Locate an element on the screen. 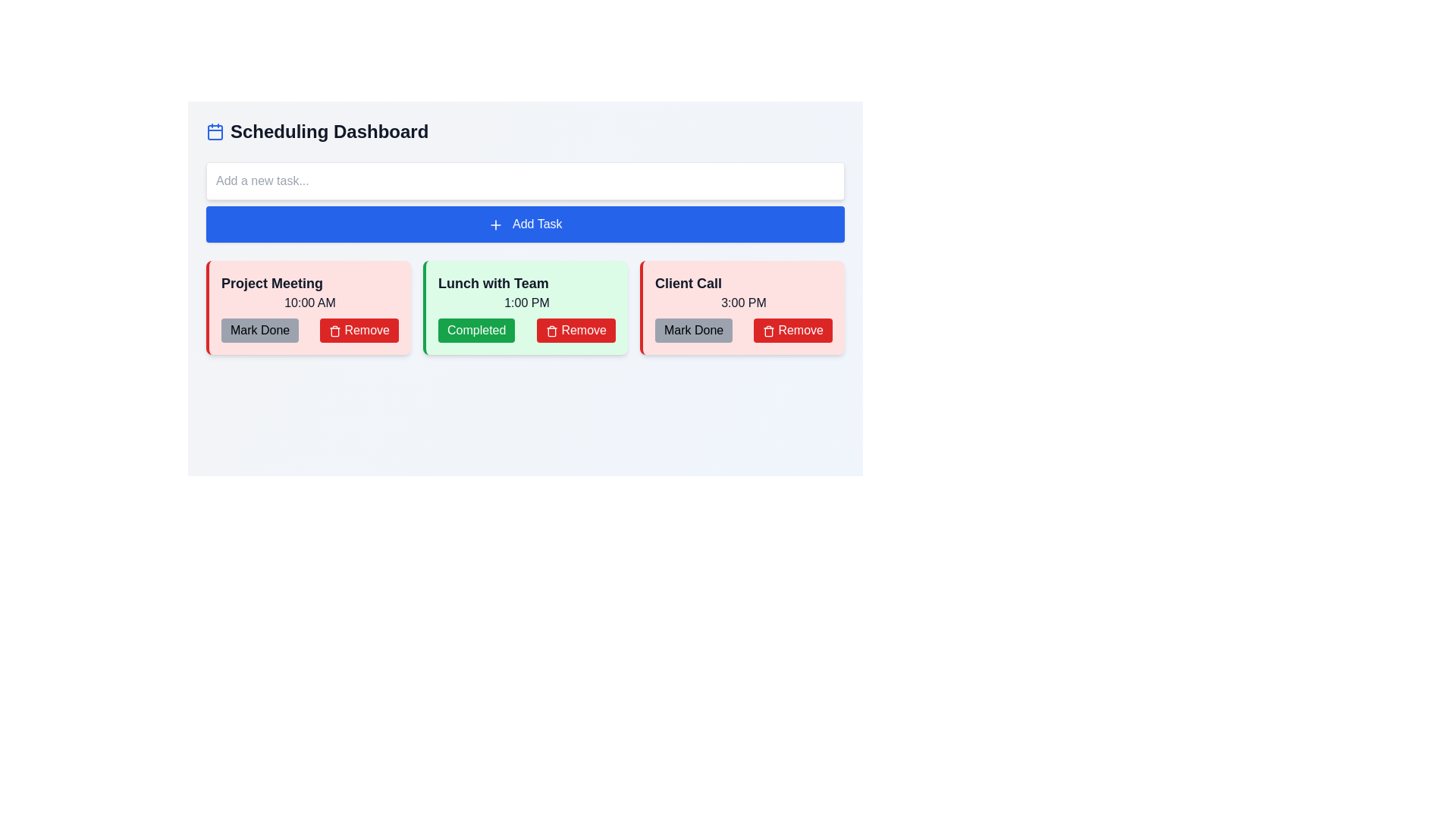 The width and height of the screenshot is (1456, 819). the Text Label that serves as a heading for a task item, located on a green-background card in the middle column, directly above the text '1:00 PM' is located at coordinates (527, 284).